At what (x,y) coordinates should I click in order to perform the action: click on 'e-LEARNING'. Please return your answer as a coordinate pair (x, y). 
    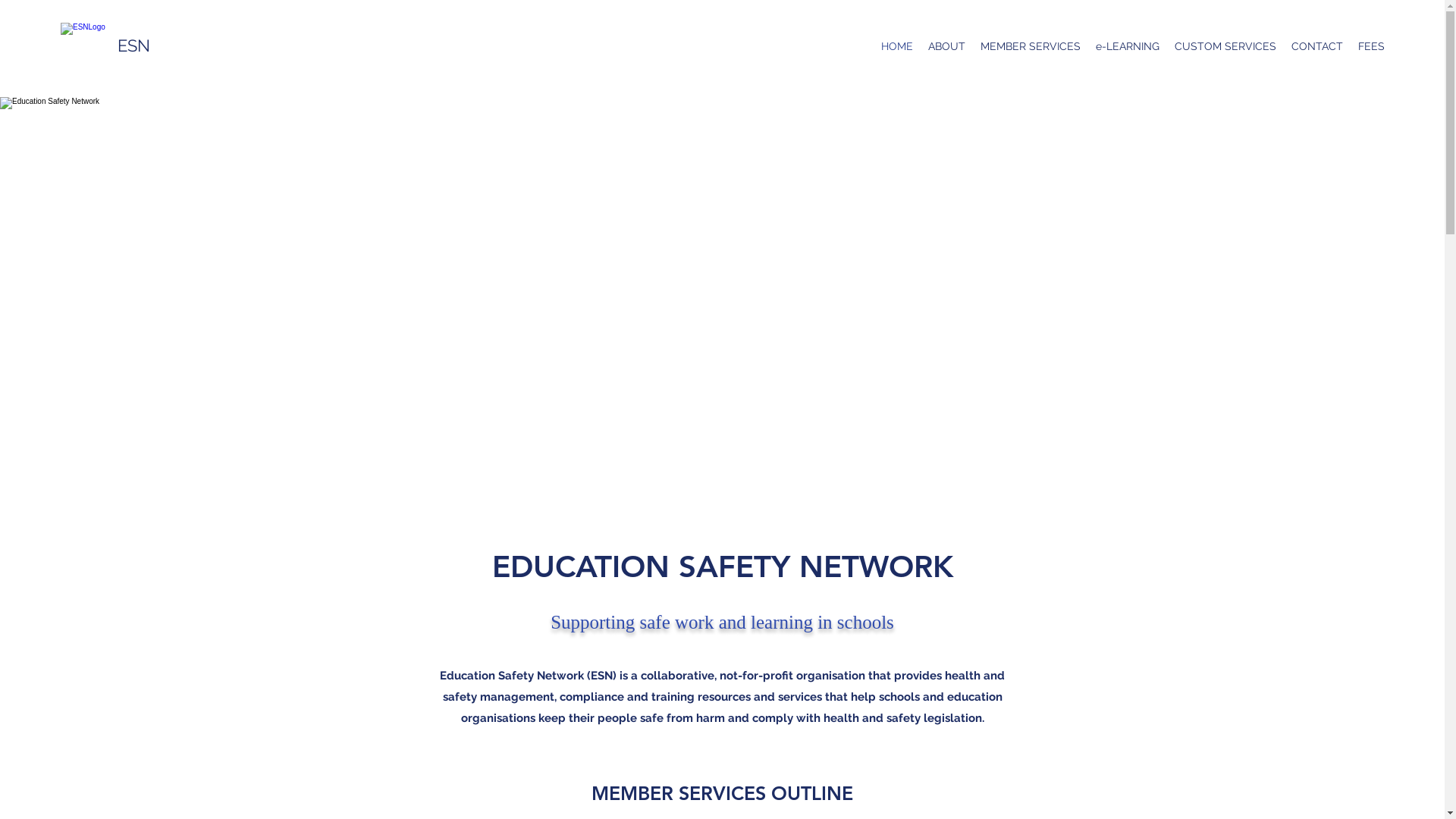
    Looking at the image, I should click on (1128, 45).